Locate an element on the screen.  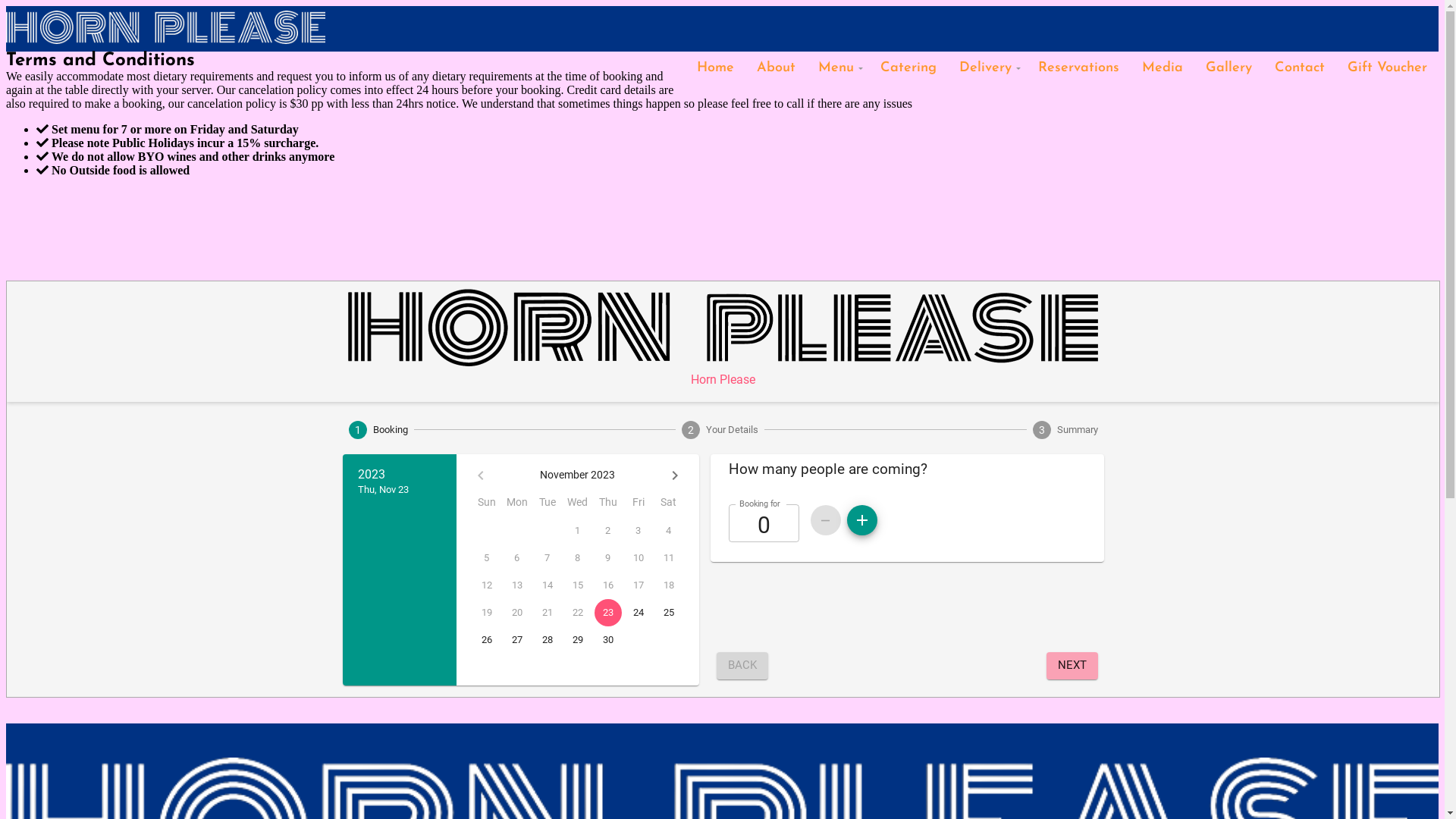
'Reservations' is located at coordinates (1026, 67).